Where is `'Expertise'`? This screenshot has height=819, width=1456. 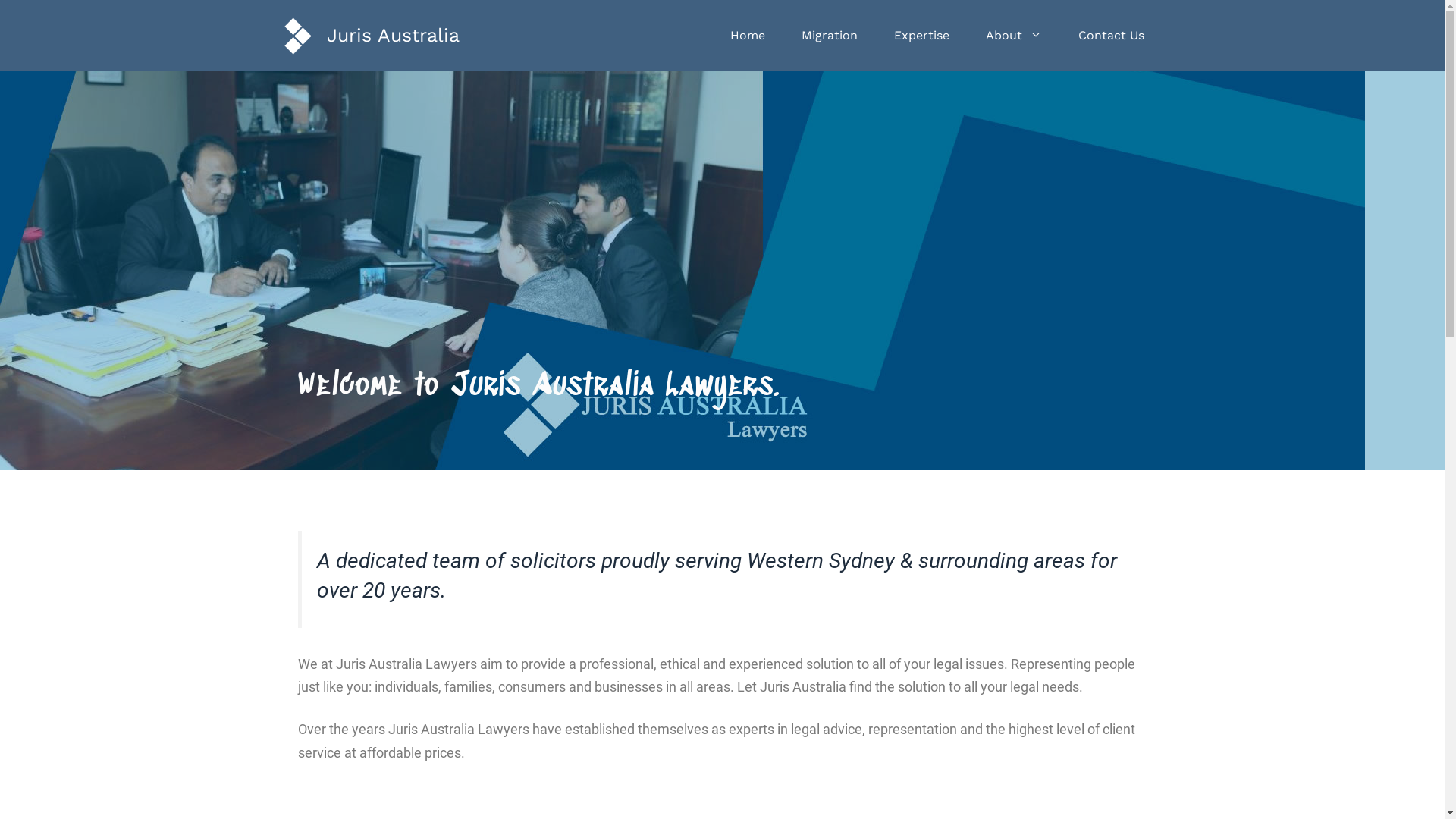 'Expertise' is located at coordinates (920, 34).